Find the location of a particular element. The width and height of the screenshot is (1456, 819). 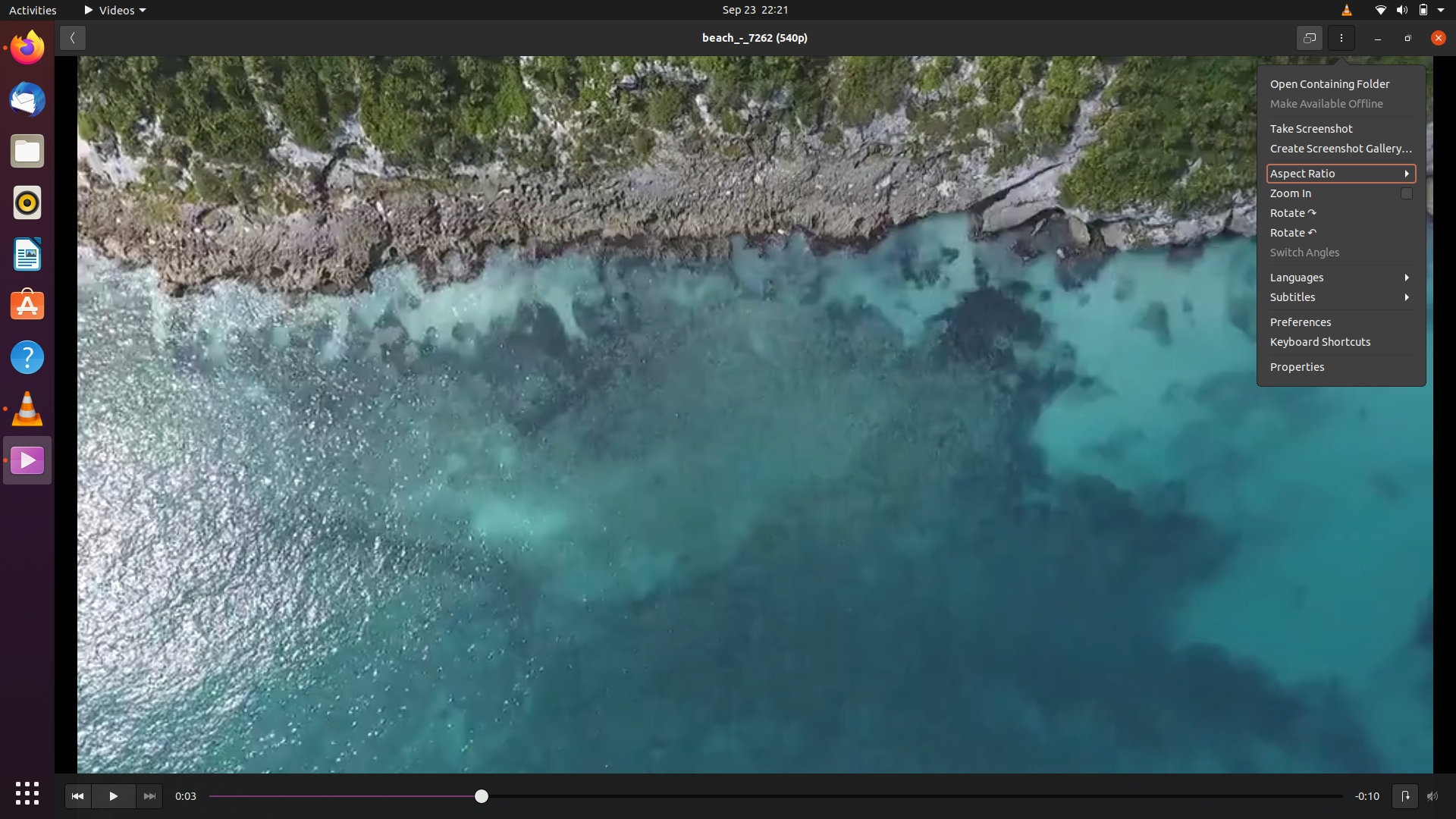

the preferences option is located at coordinates (1343, 321).